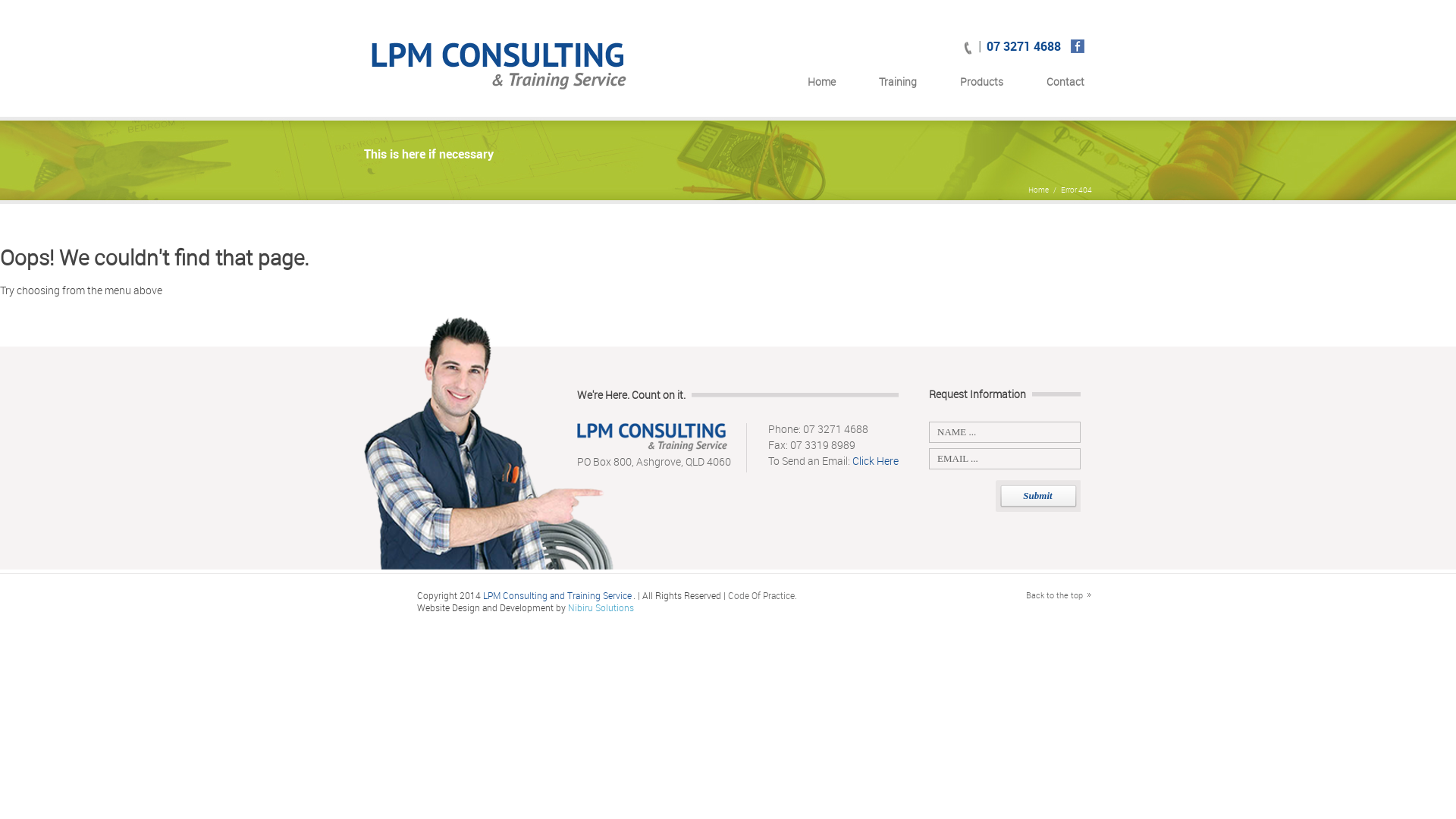 Image resolution: width=1456 pixels, height=819 pixels. What do you see at coordinates (1065, 85) in the screenshot?
I see `'Contact'` at bounding box center [1065, 85].